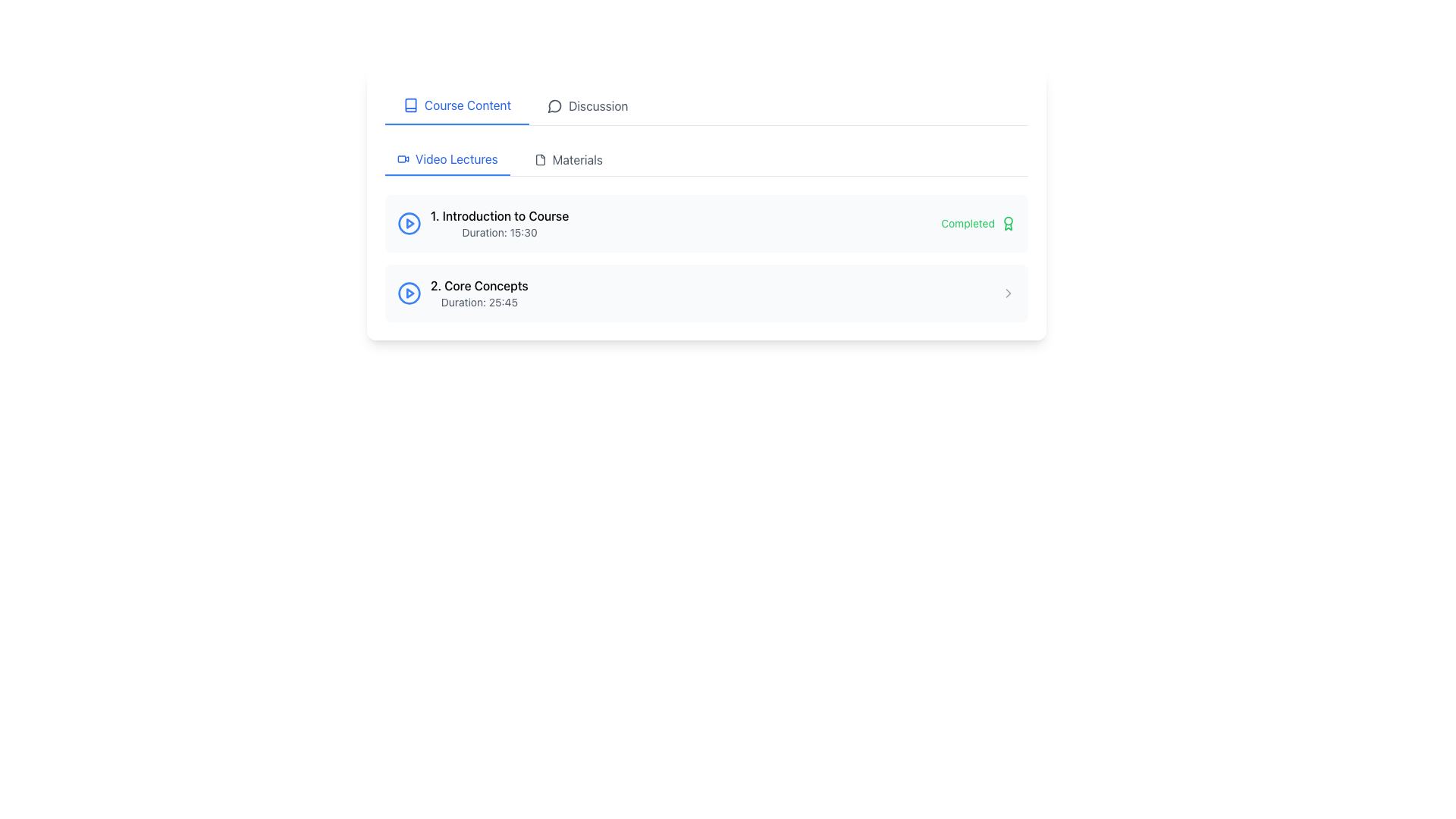 The width and height of the screenshot is (1456, 819). I want to click on the 'Completed' text label, which indicates that a task or course segment has been completed, so click(967, 223).